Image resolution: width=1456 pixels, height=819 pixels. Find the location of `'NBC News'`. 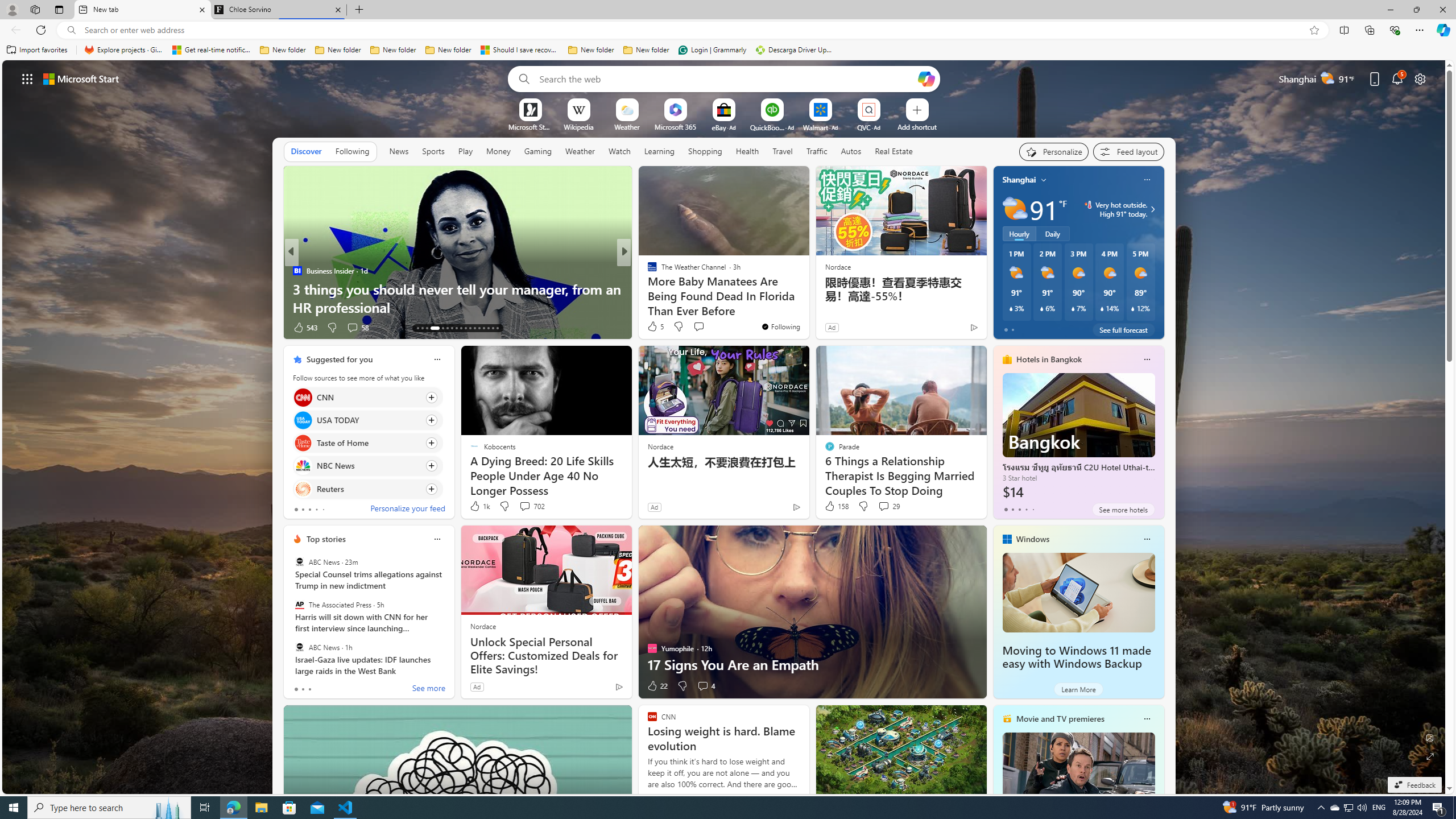

'NBC News' is located at coordinates (302, 466).